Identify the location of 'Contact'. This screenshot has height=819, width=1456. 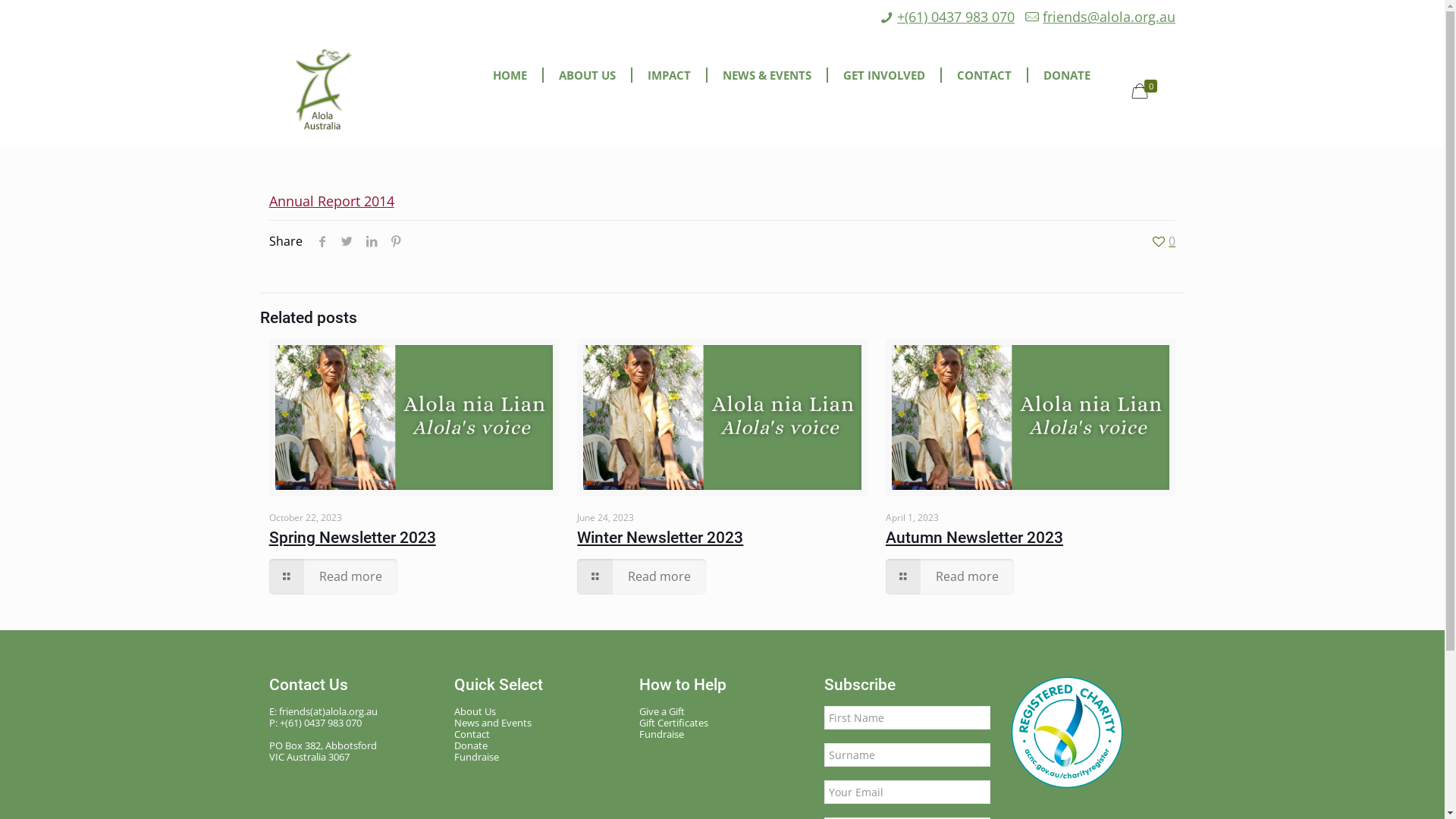
(538, 733).